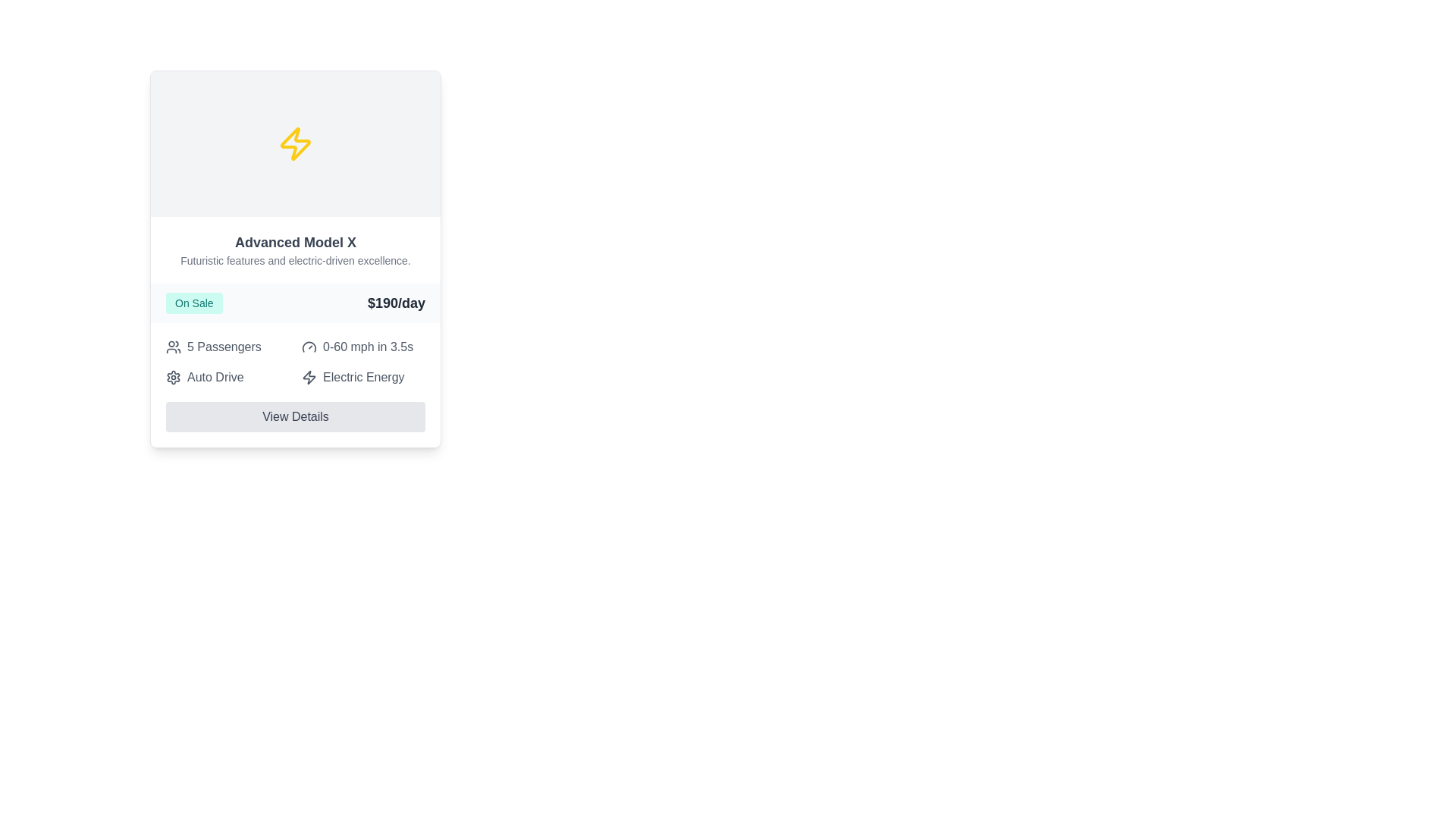 The image size is (1456, 819). Describe the element at coordinates (227, 376) in the screenshot. I see `the Label with icon that provides information about the 'Auto Drive' feature, located beneath '5 Passengers' and above 'Electric Energy' within the grid layout` at that location.